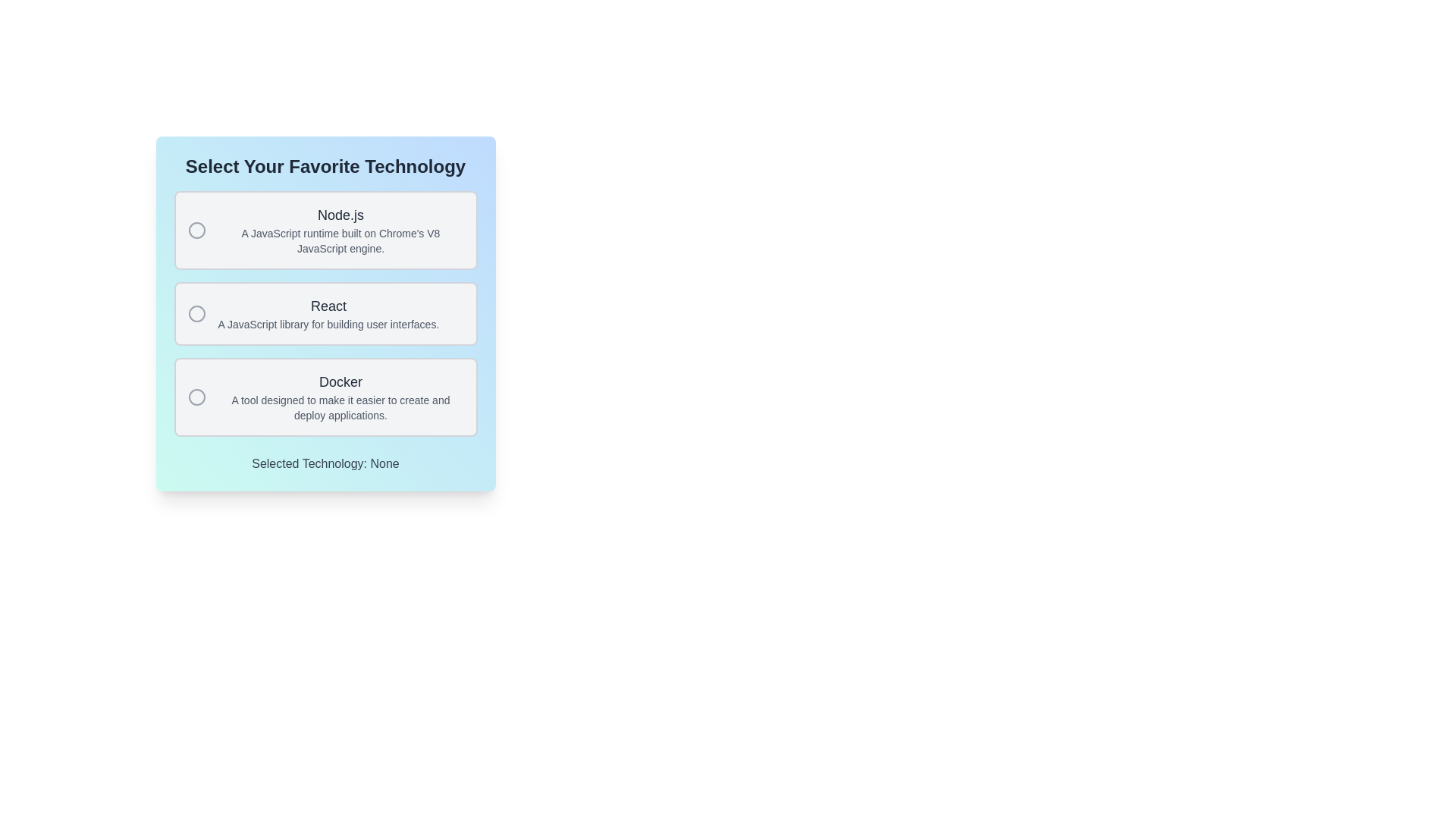 The width and height of the screenshot is (1456, 819). What do you see at coordinates (196, 231) in the screenshot?
I see `the Radio Button Indicator icon on the left side of the 'Node.js' option` at bounding box center [196, 231].